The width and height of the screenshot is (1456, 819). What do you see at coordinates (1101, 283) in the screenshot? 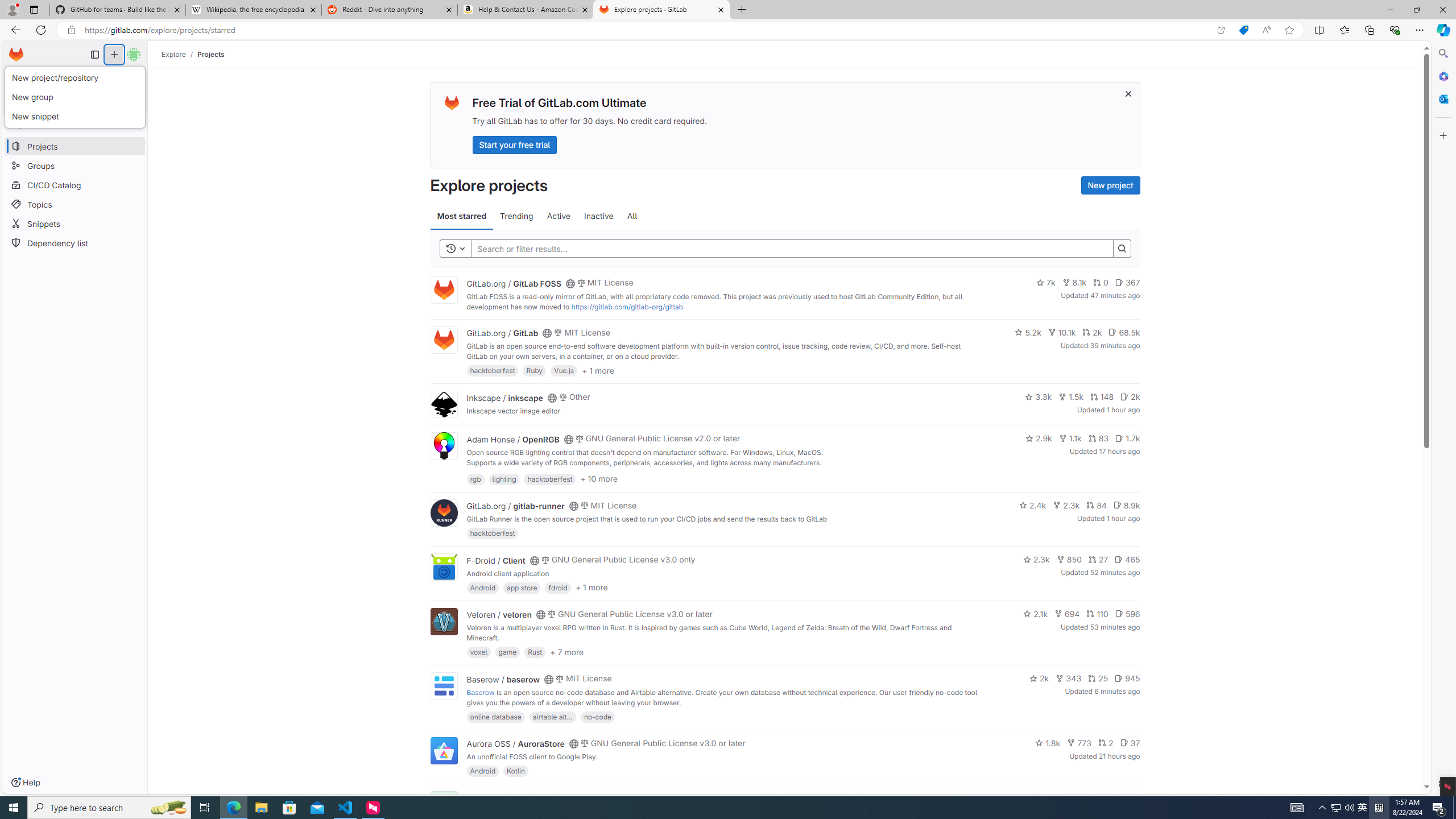
I see `'0'` at bounding box center [1101, 283].